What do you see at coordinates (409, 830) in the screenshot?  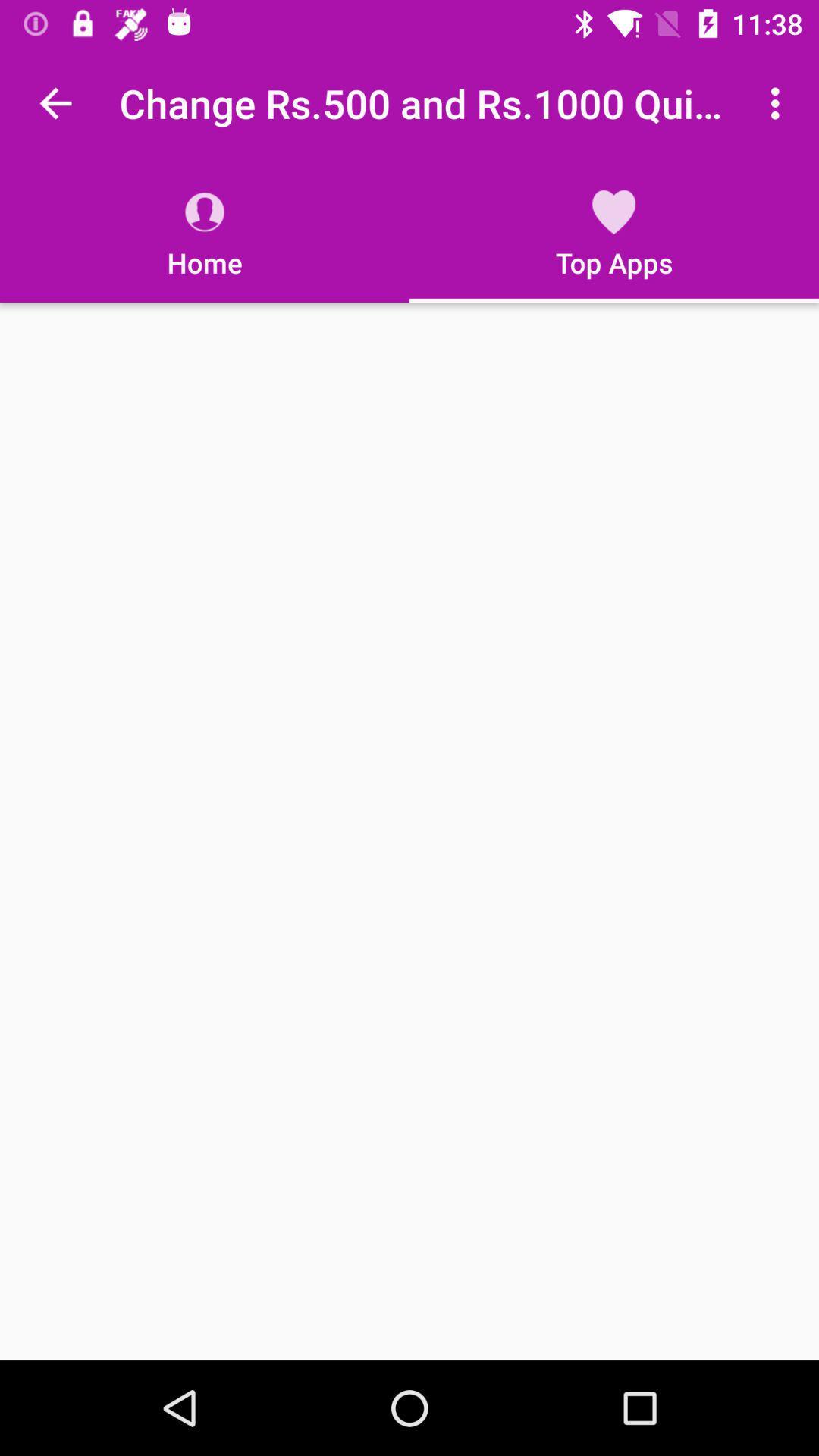 I see `the icon at the center` at bounding box center [409, 830].